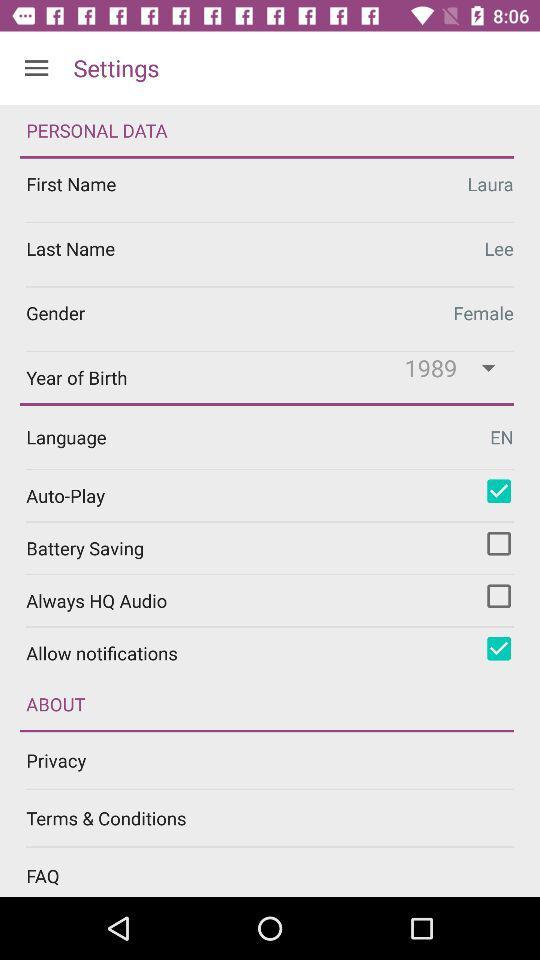 The height and width of the screenshot is (960, 540). I want to click on switch autoplay option, so click(498, 490).